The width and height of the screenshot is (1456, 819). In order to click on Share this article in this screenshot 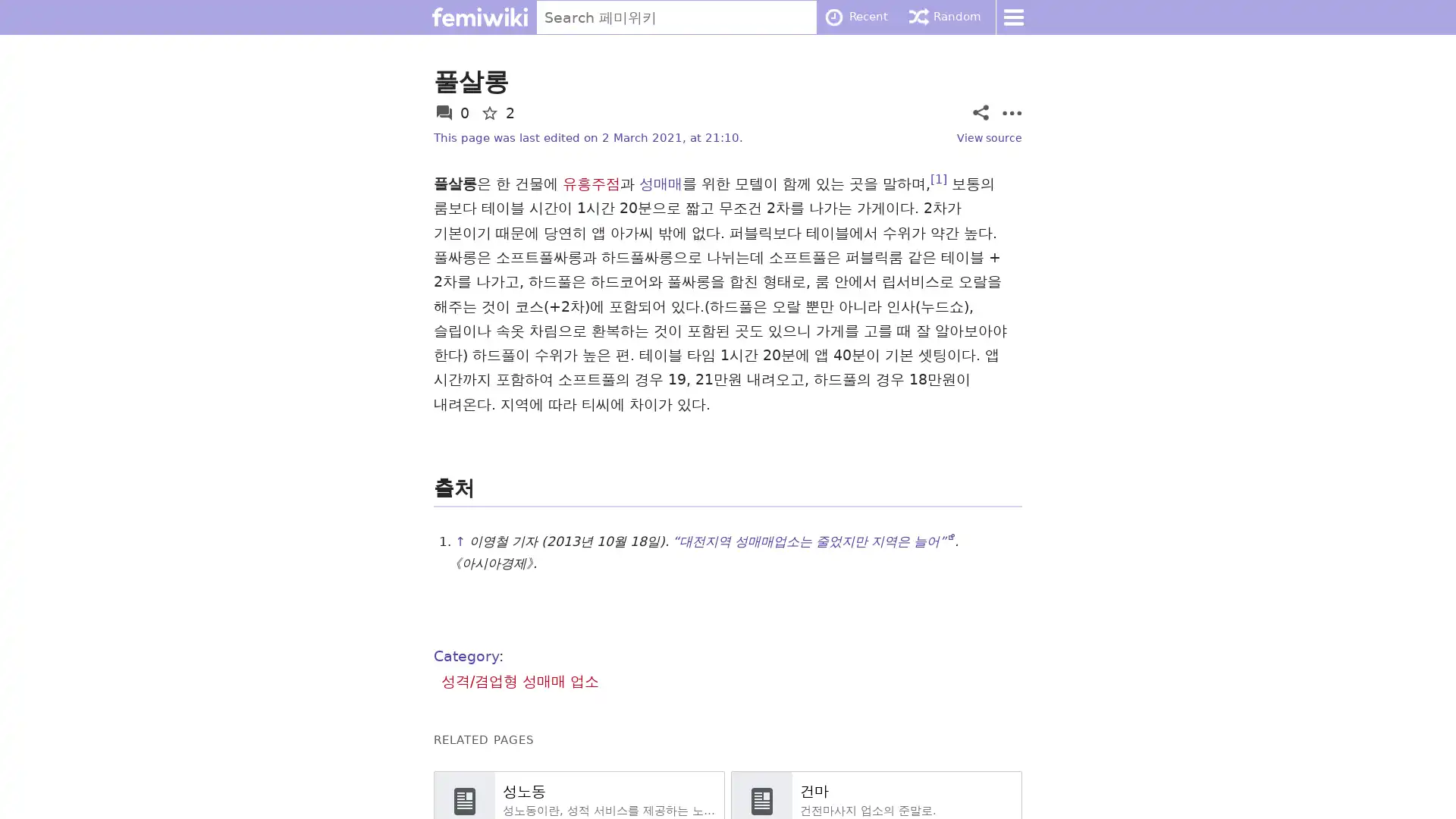, I will do `click(980, 111)`.